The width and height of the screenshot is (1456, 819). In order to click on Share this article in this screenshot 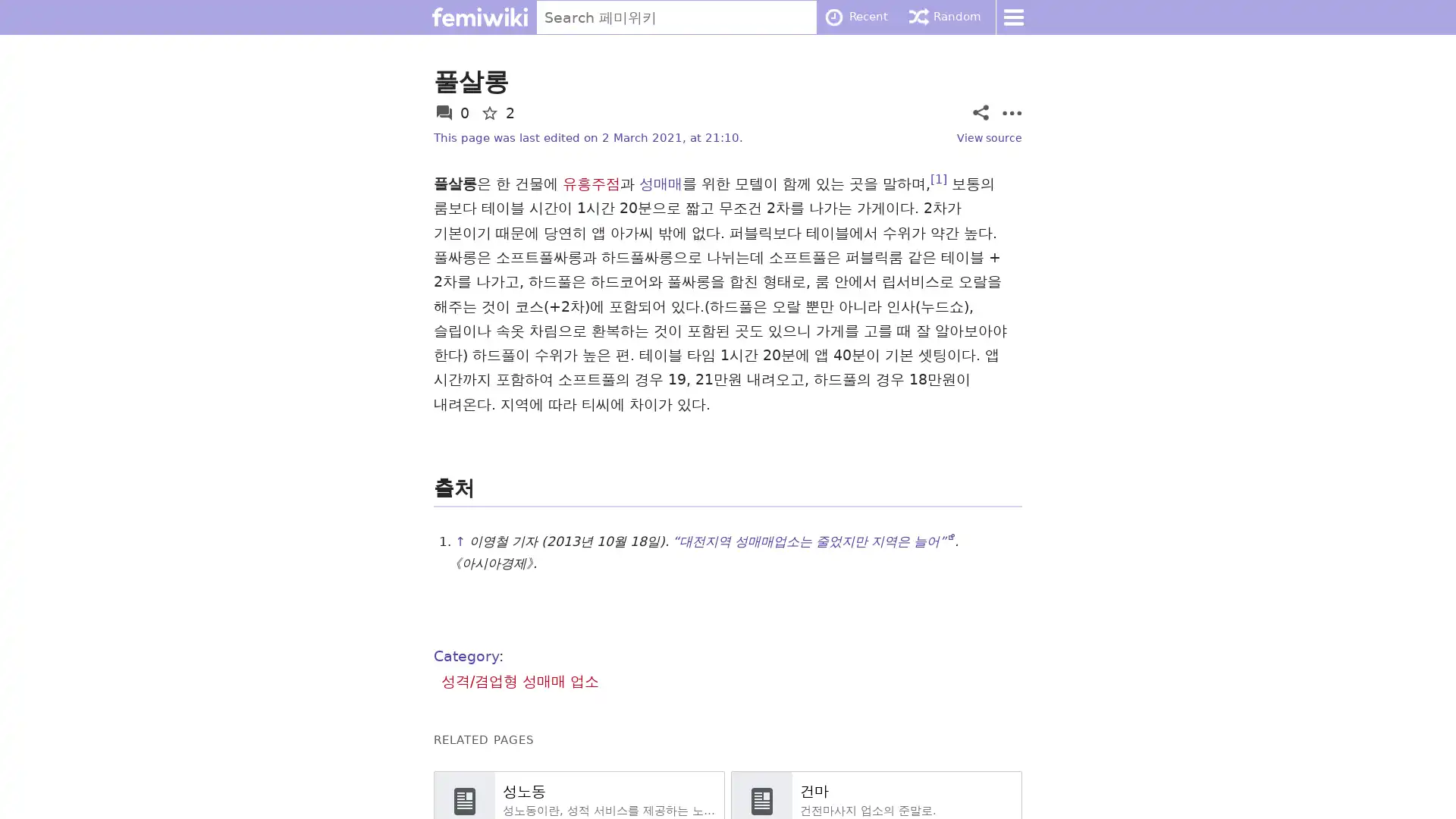, I will do `click(980, 111)`.